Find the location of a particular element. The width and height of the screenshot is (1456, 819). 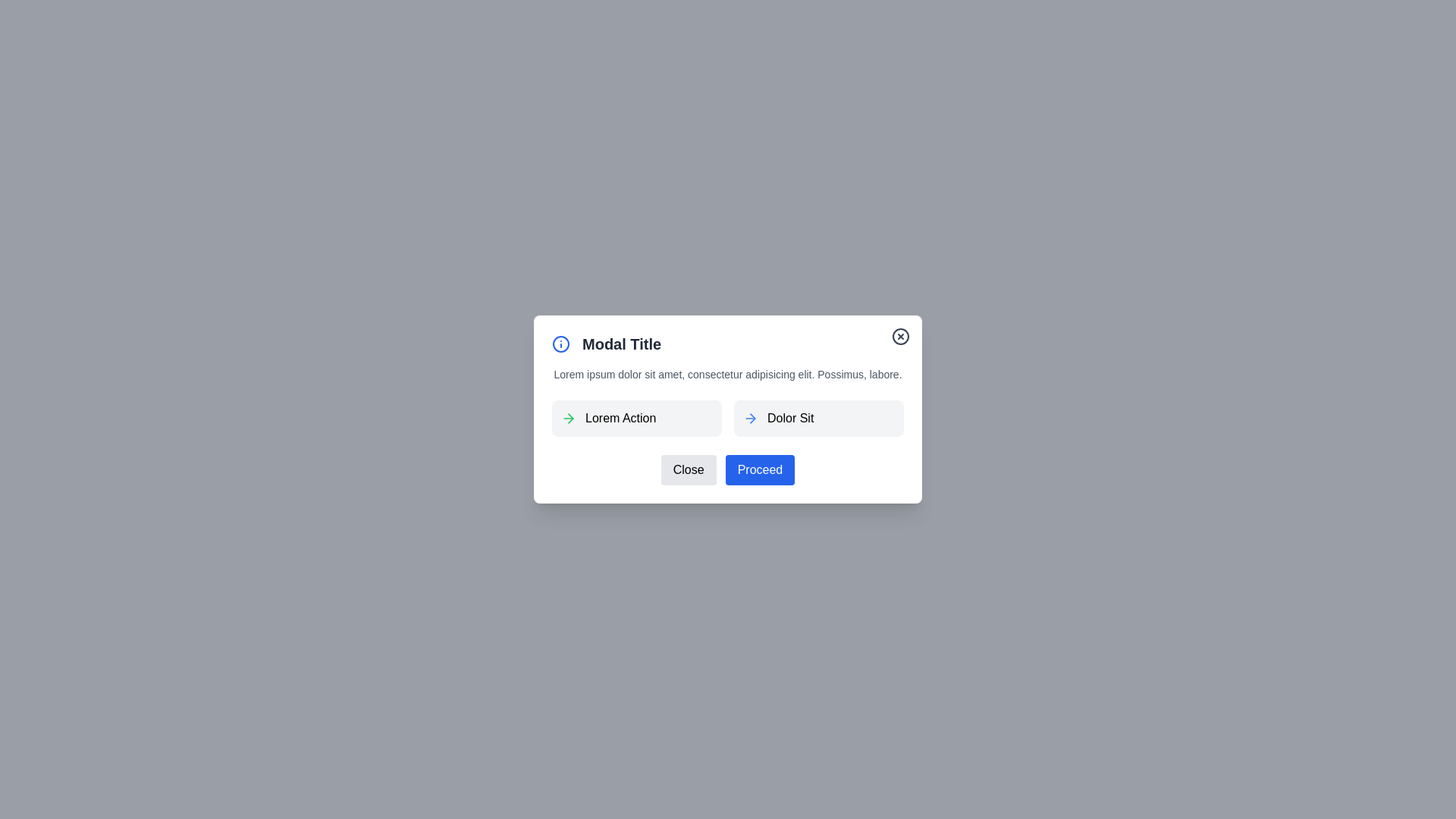

the button labeled 'Dolor Sit' located on the right side of the two-column grid layout is located at coordinates (818, 418).